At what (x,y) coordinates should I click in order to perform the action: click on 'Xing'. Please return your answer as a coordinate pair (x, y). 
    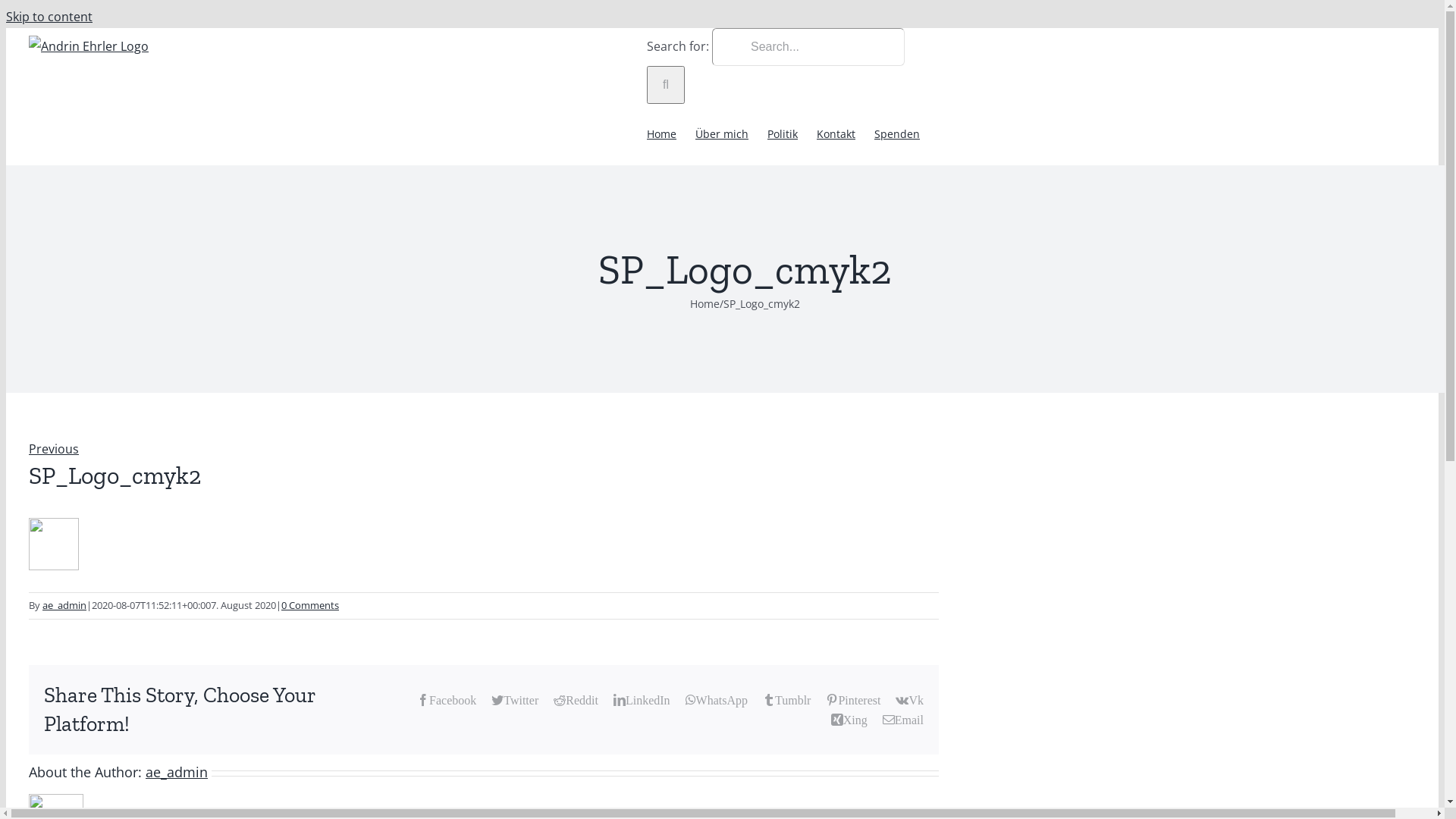
    Looking at the image, I should click on (848, 718).